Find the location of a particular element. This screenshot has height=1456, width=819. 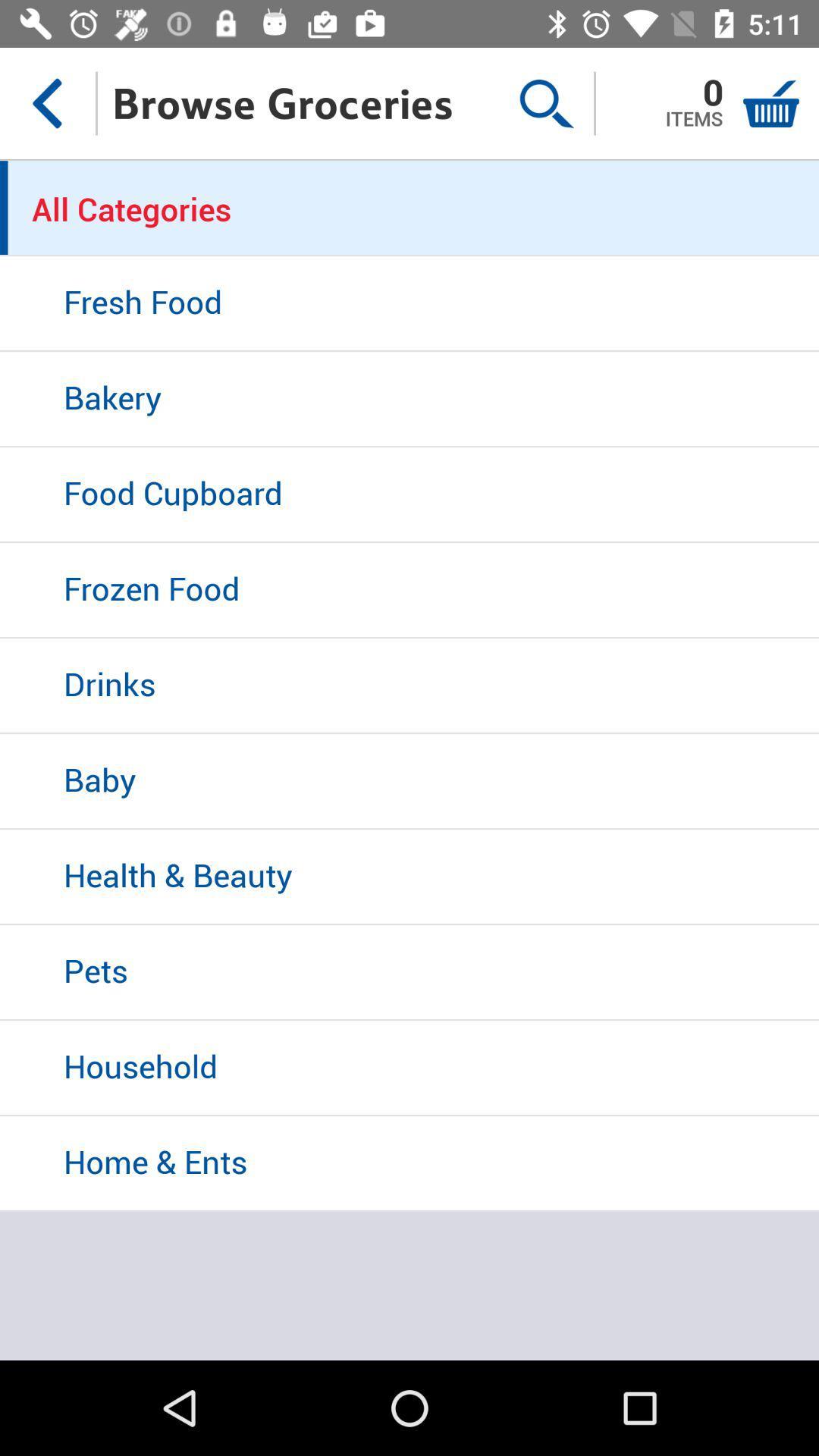

the item to the right of browse groceries item is located at coordinates (546, 102).